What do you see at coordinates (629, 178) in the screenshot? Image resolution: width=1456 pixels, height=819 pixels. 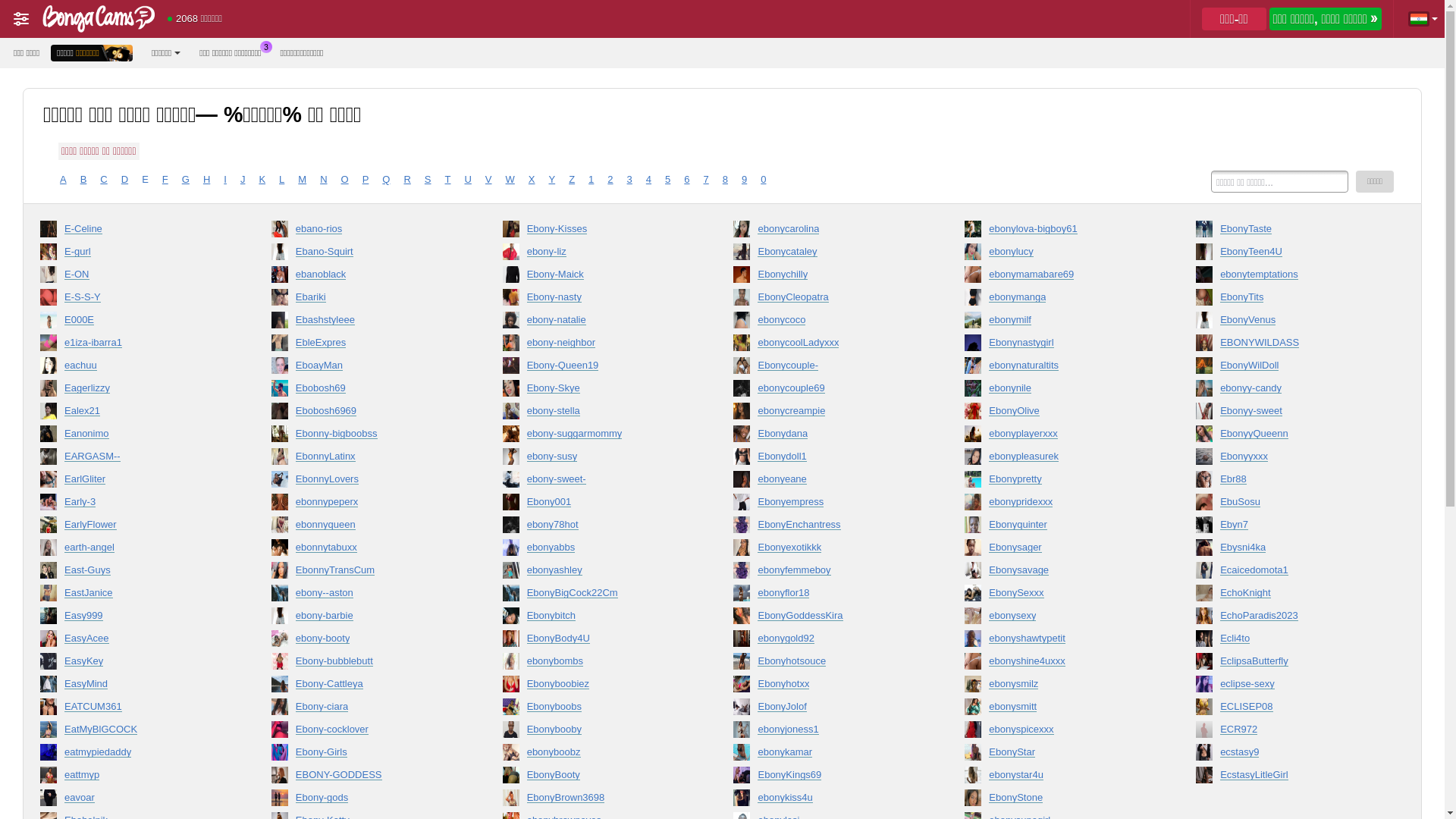 I see `'3'` at bounding box center [629, 178].